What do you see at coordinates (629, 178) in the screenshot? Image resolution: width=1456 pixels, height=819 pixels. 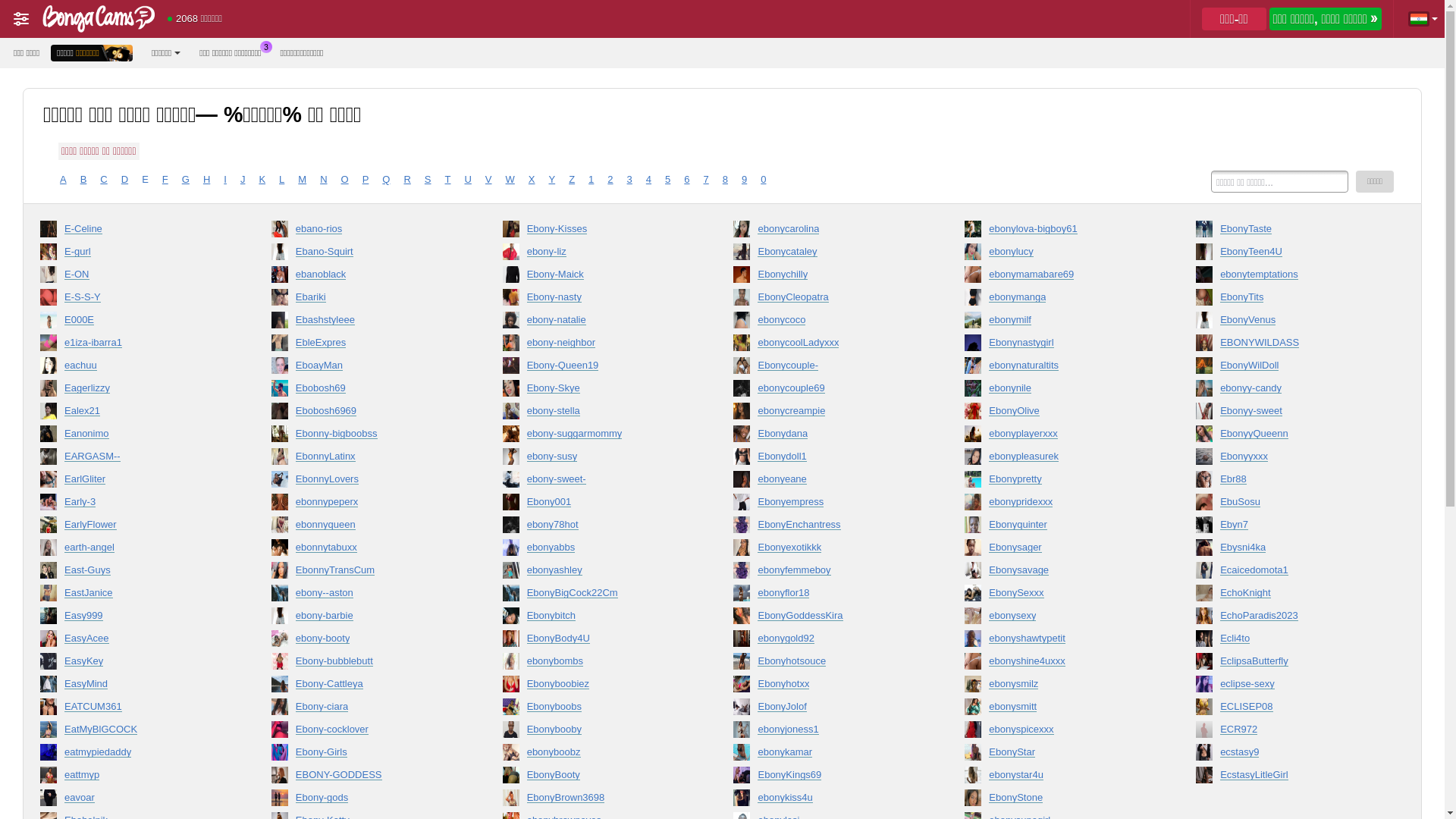 I see `'3'` at bounding box center [629, 178].